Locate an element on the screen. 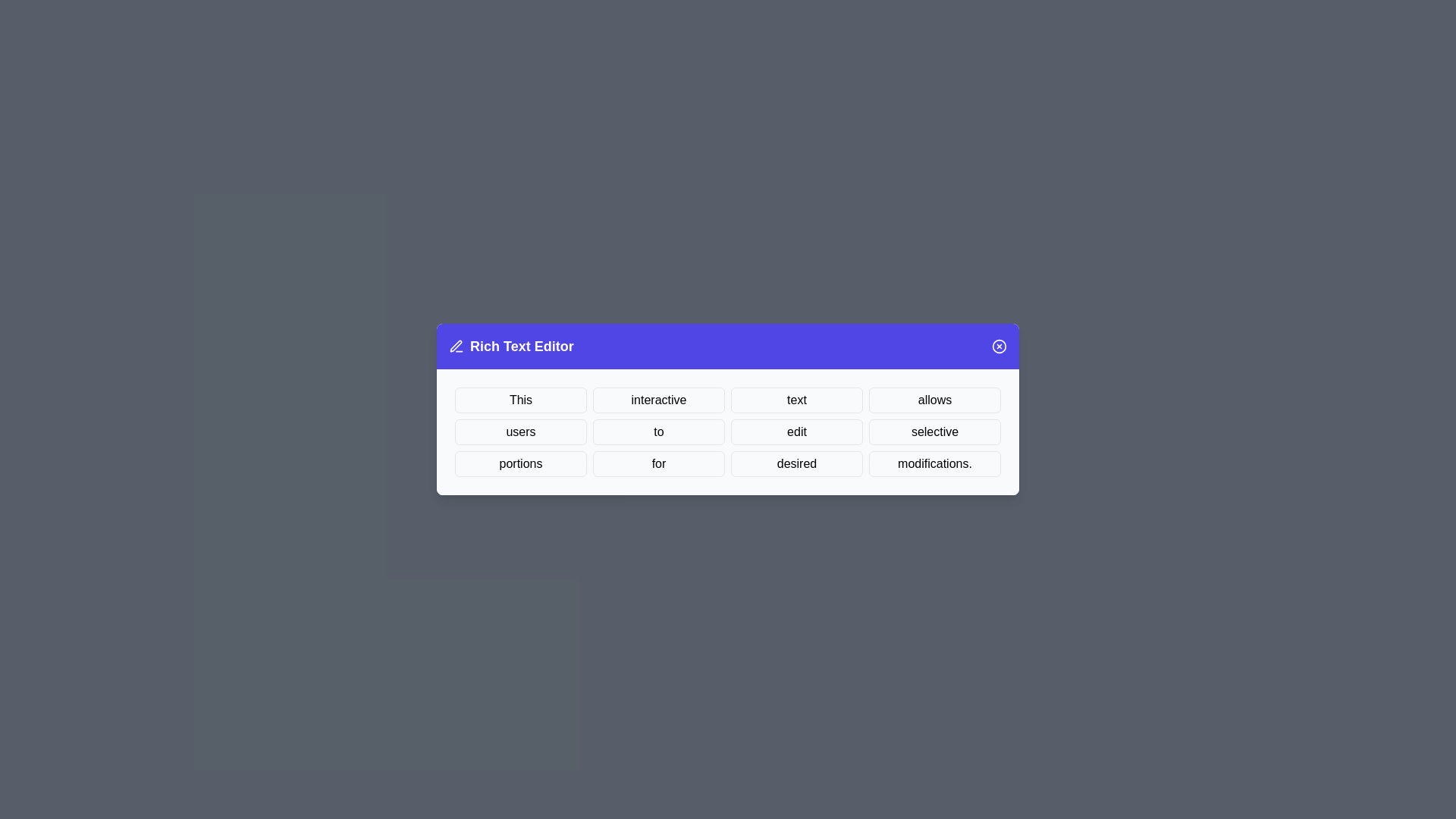 Image resolution: width=1456 pixels, height=819 pixels. the word allows to select it is located at coordinates (934, 400).